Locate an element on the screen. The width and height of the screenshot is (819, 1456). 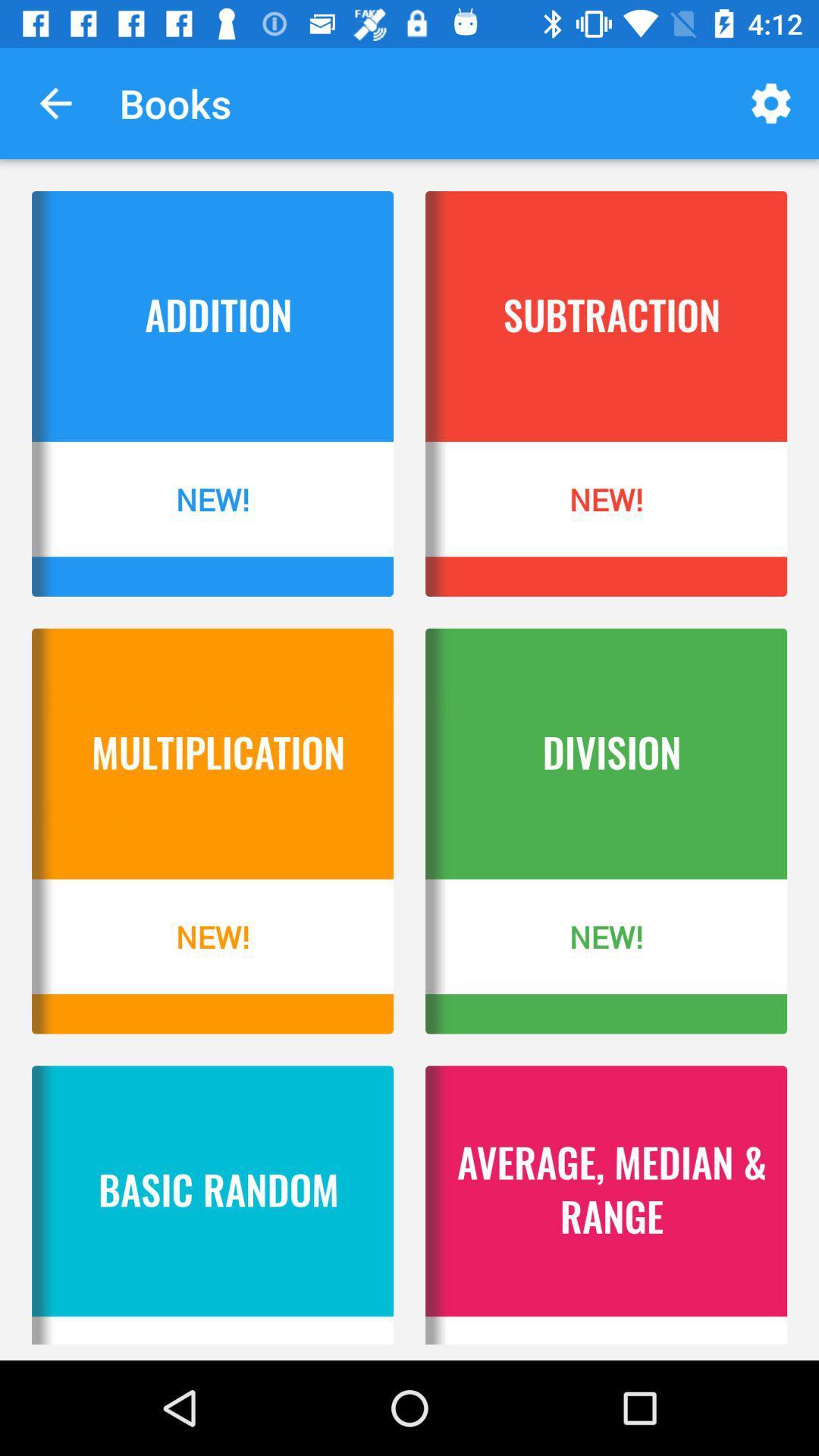
the item next to the books item is located at coordinates (55, 102).